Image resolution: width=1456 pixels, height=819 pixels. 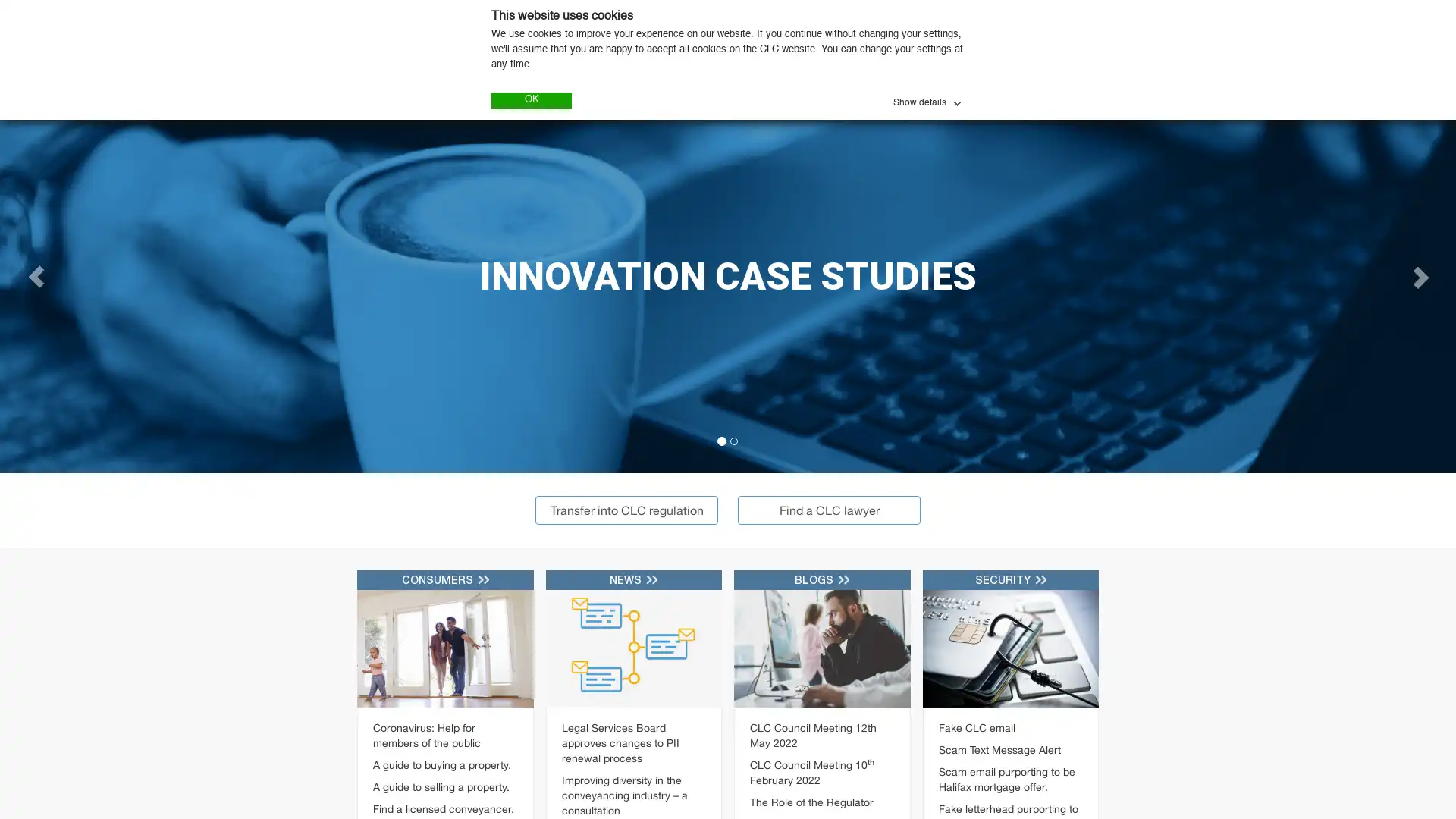 I want to click on Transfer into CLC regulation, so click(x=626, y=509).